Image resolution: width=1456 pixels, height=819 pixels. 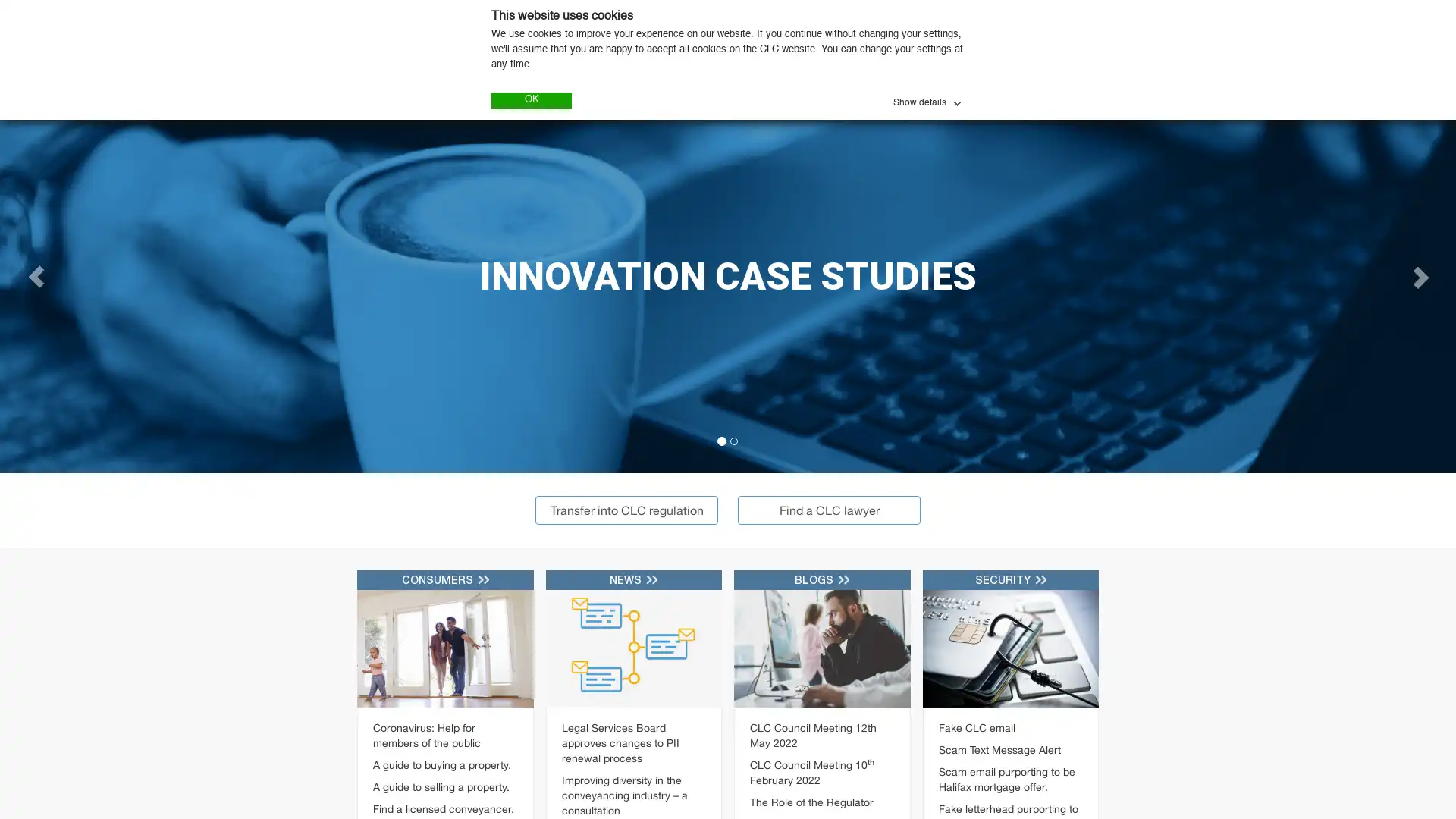 I want to click on Transfer into CLC regulation, so click(x=626, y=509).